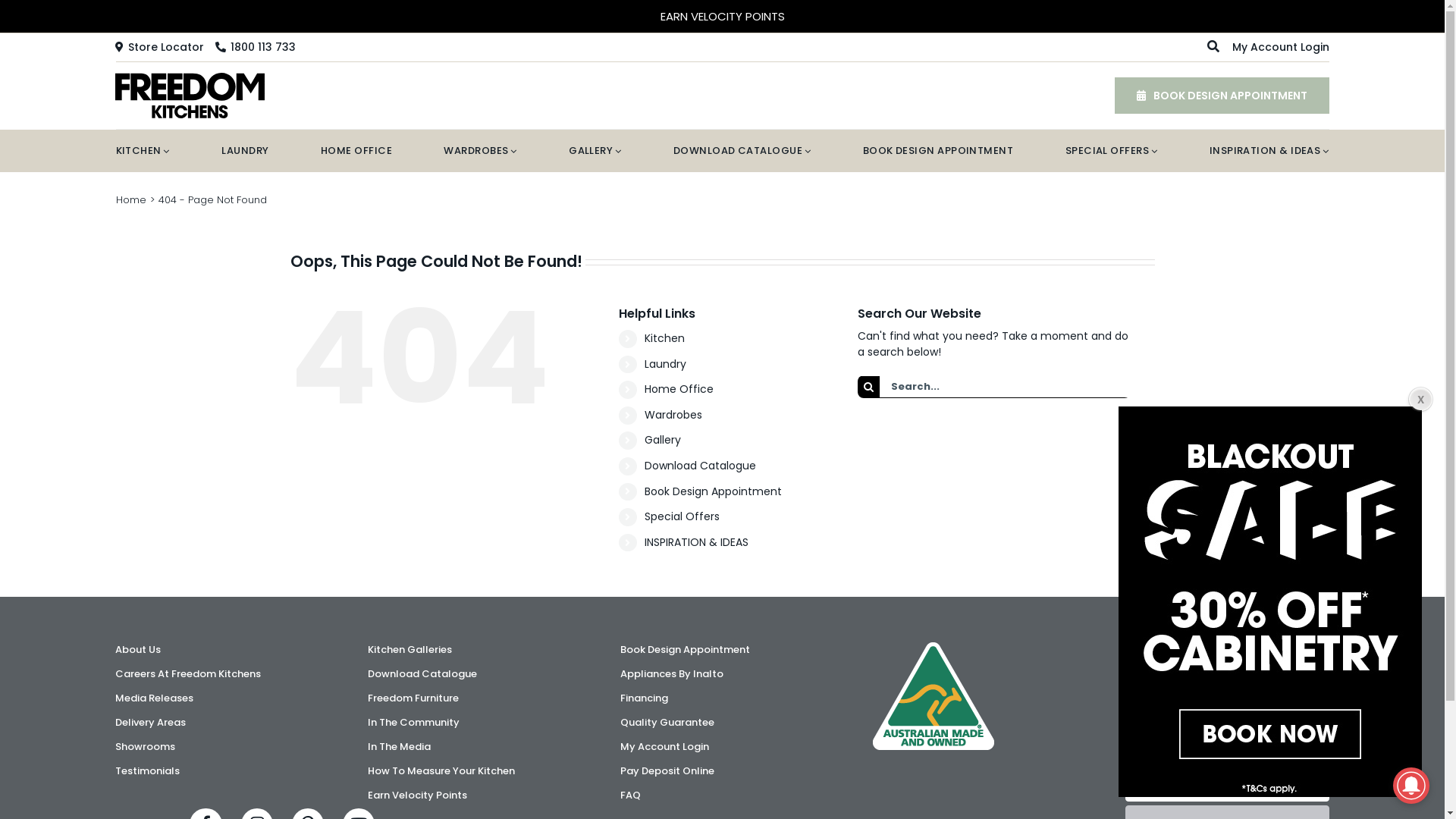  I want to click on 'LAUNDRY', so click(244, 151).